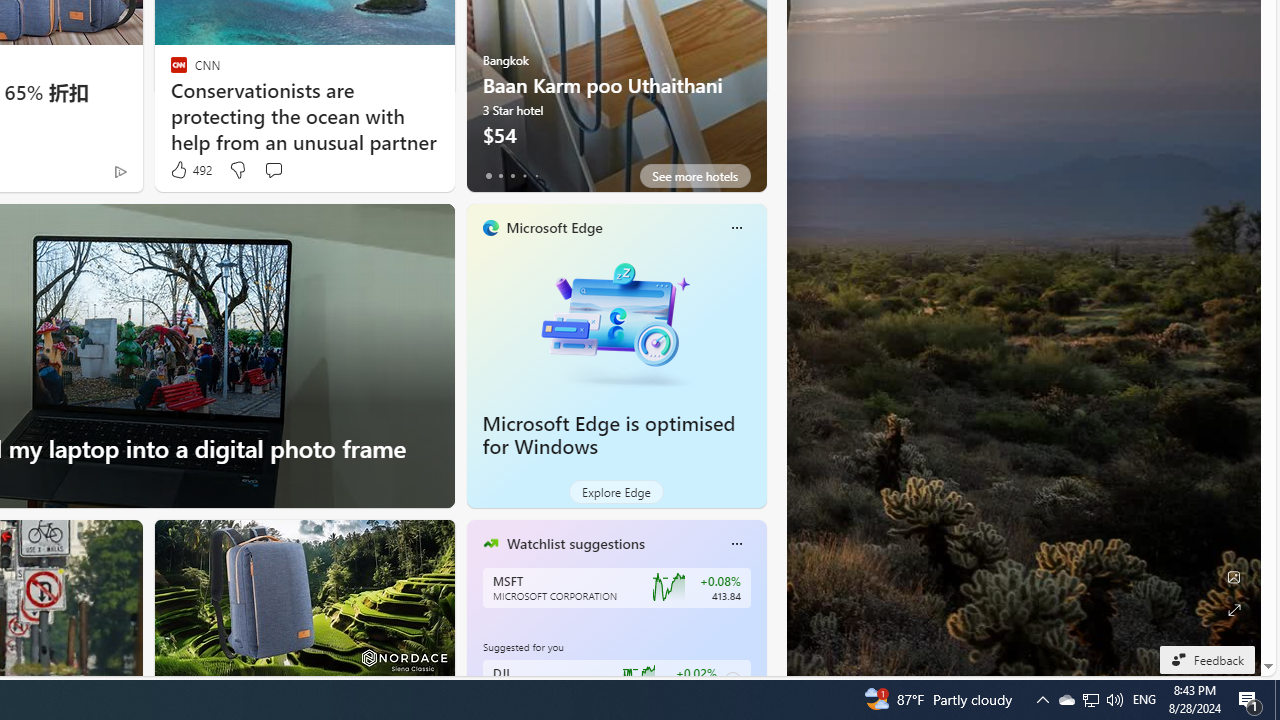 Image resolution: width=1280 pixels, height=720 pixels. Describe the element at coordinates (735, 543) in the screenshot. I see `'Class: icon-img'` at that location.